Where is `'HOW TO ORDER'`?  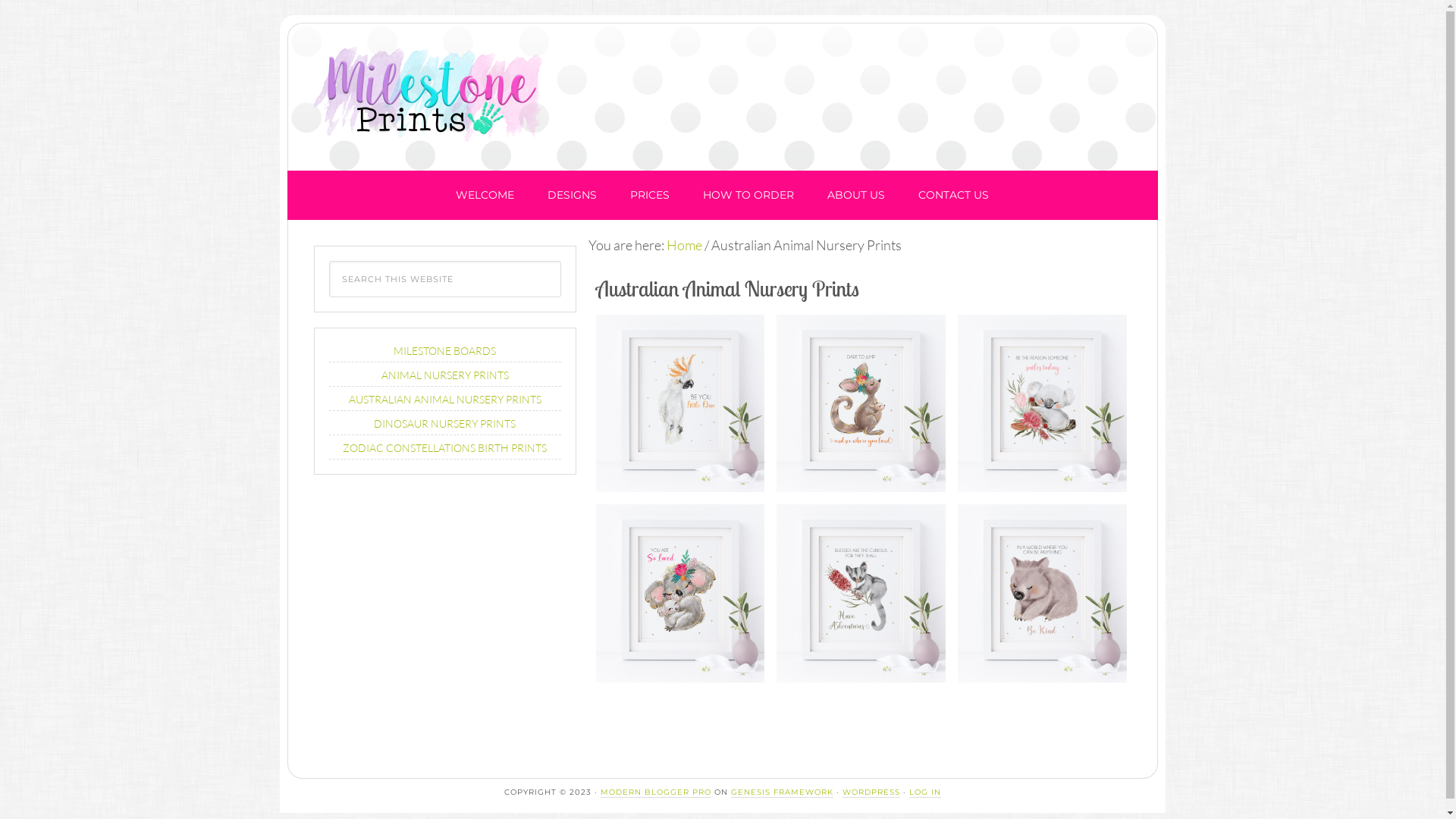 'HOW TO ORDER' is located at coordinates (748, 194).